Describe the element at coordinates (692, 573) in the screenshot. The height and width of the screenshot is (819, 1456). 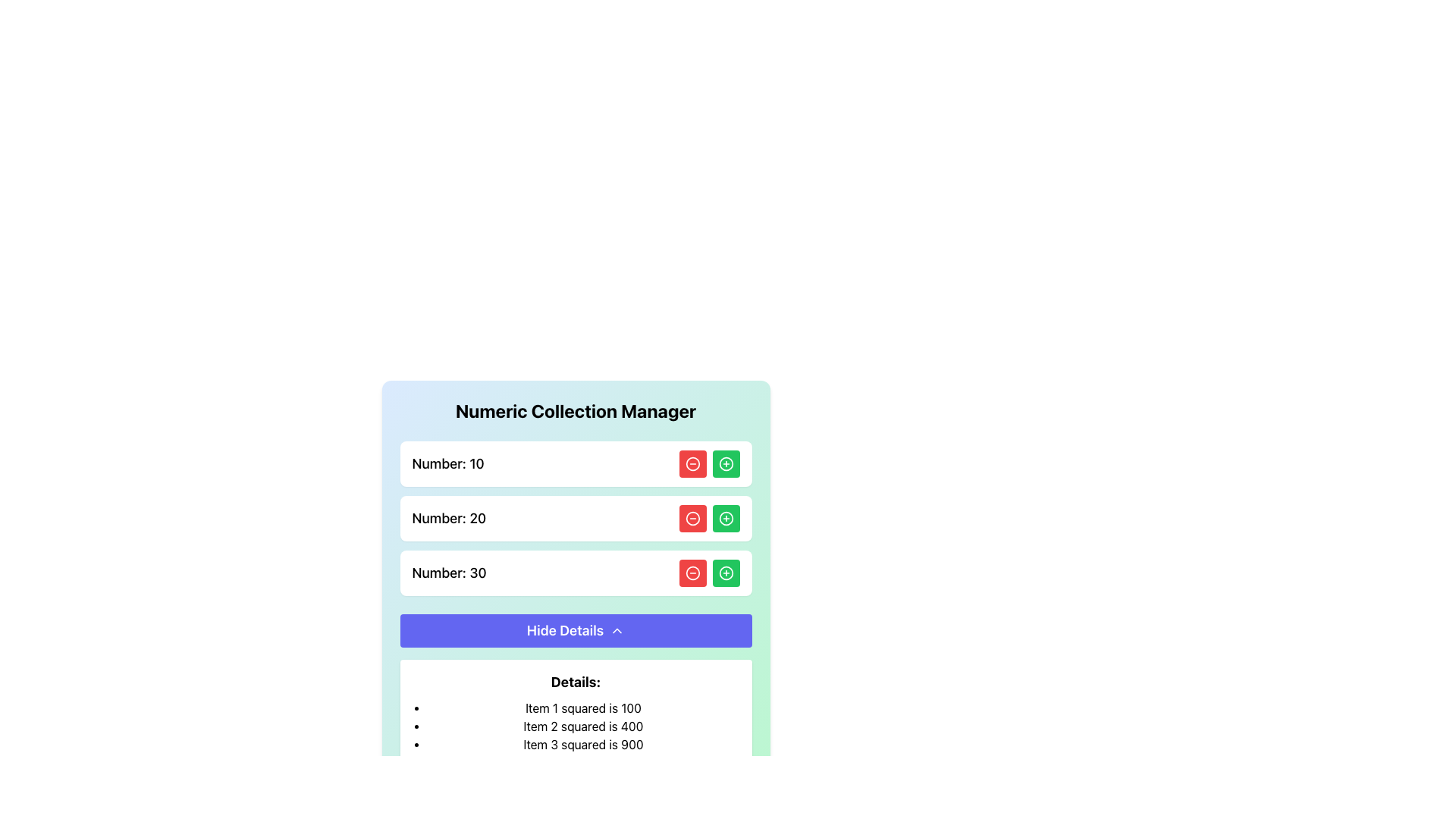
I see `the red circular button with a minus sign icon located on the right side of the row displaying 'Number: 30' to decrease the displayed number` at that location.